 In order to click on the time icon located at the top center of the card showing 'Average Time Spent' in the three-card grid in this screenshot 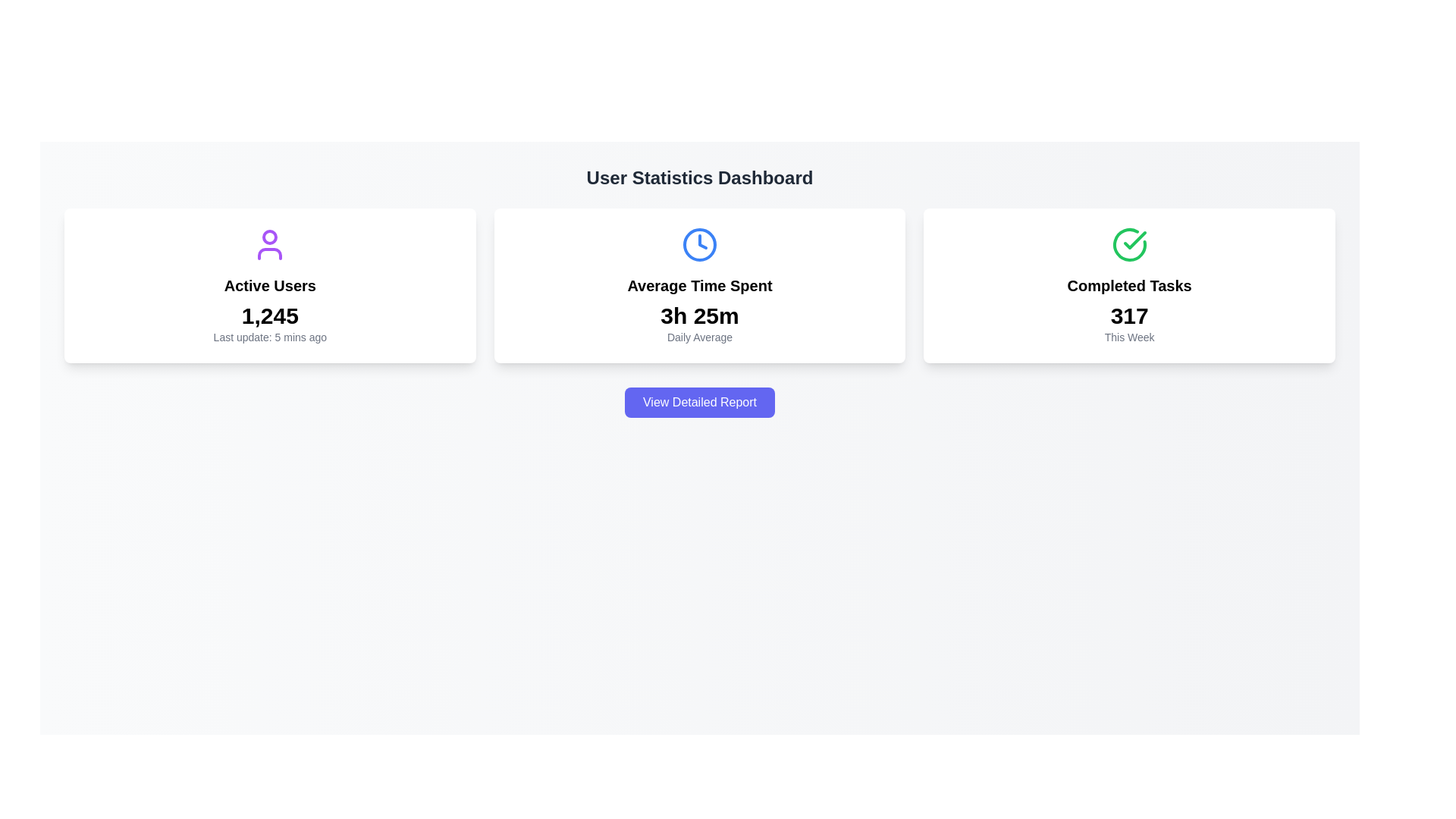, I will do `click(698, 244)`.